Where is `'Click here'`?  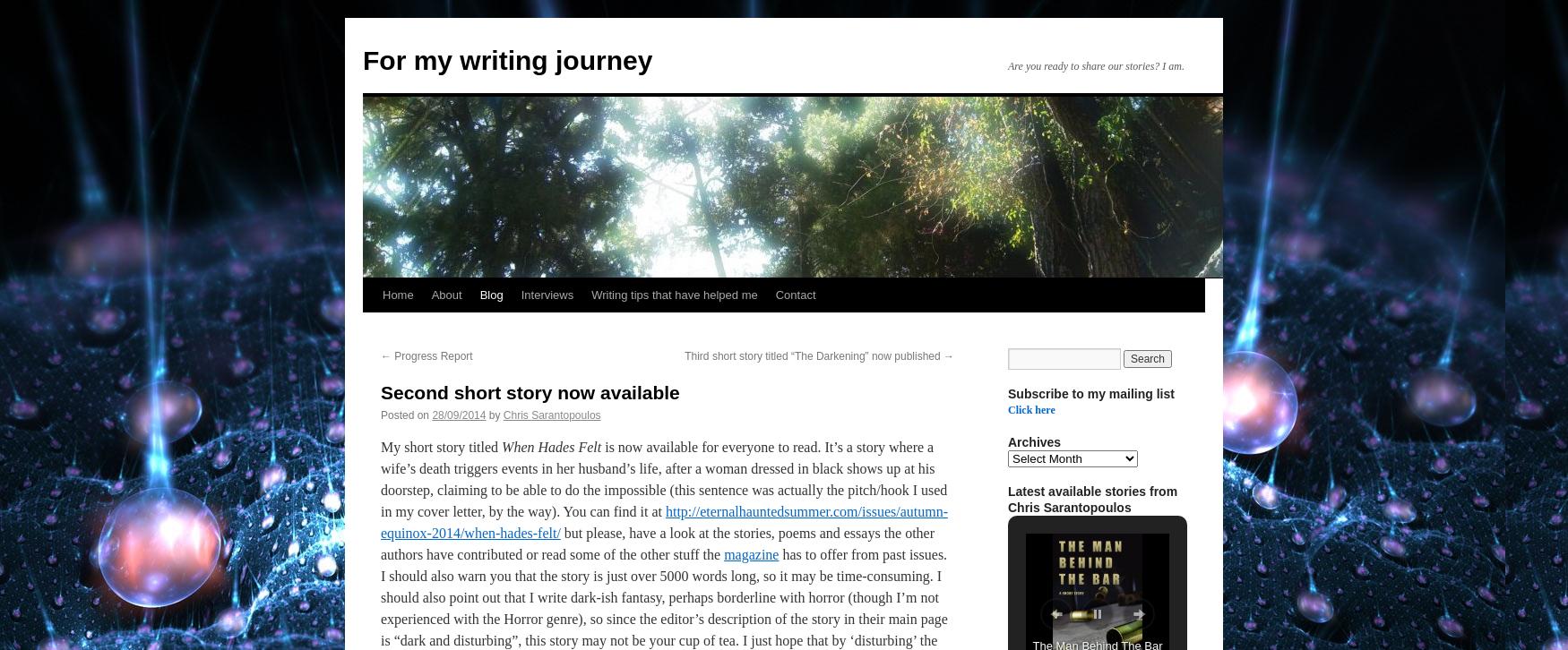
'Click here' is located at coordinates (1030, 410).